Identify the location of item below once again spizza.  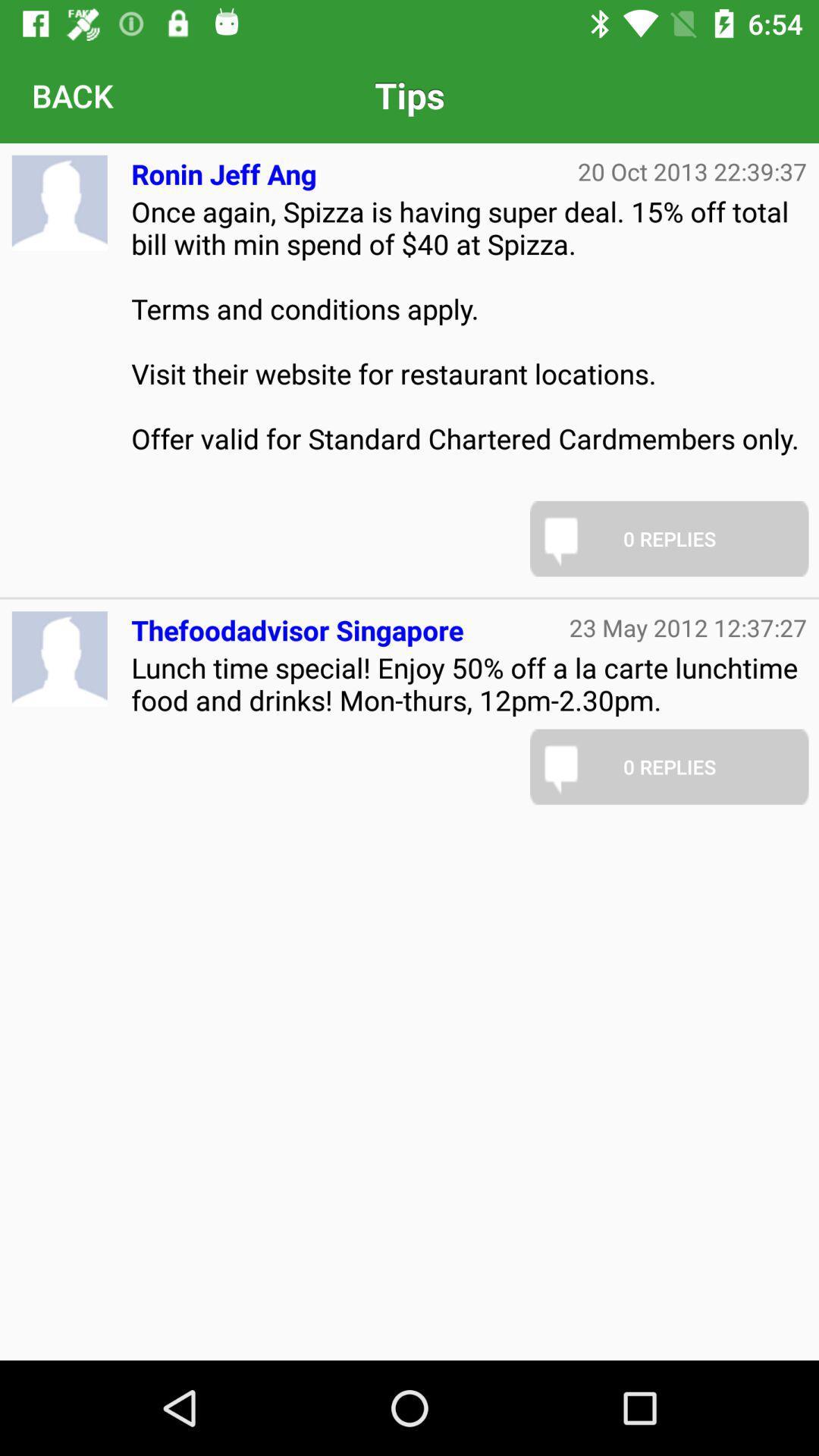
(297, 624).